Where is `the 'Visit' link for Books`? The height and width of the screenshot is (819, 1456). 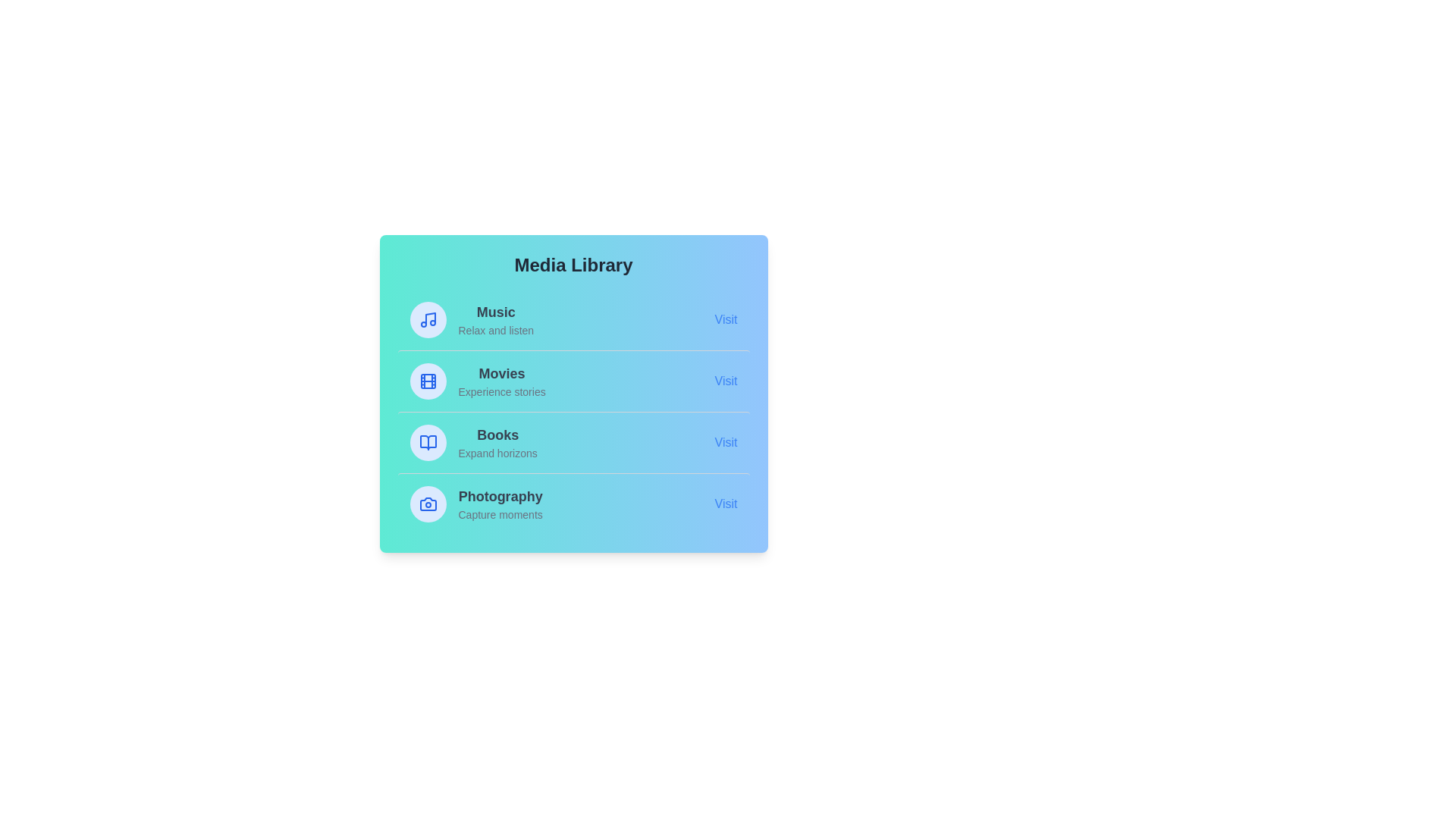
the 'Visit' link for Books is located at coordinates (725, 442).